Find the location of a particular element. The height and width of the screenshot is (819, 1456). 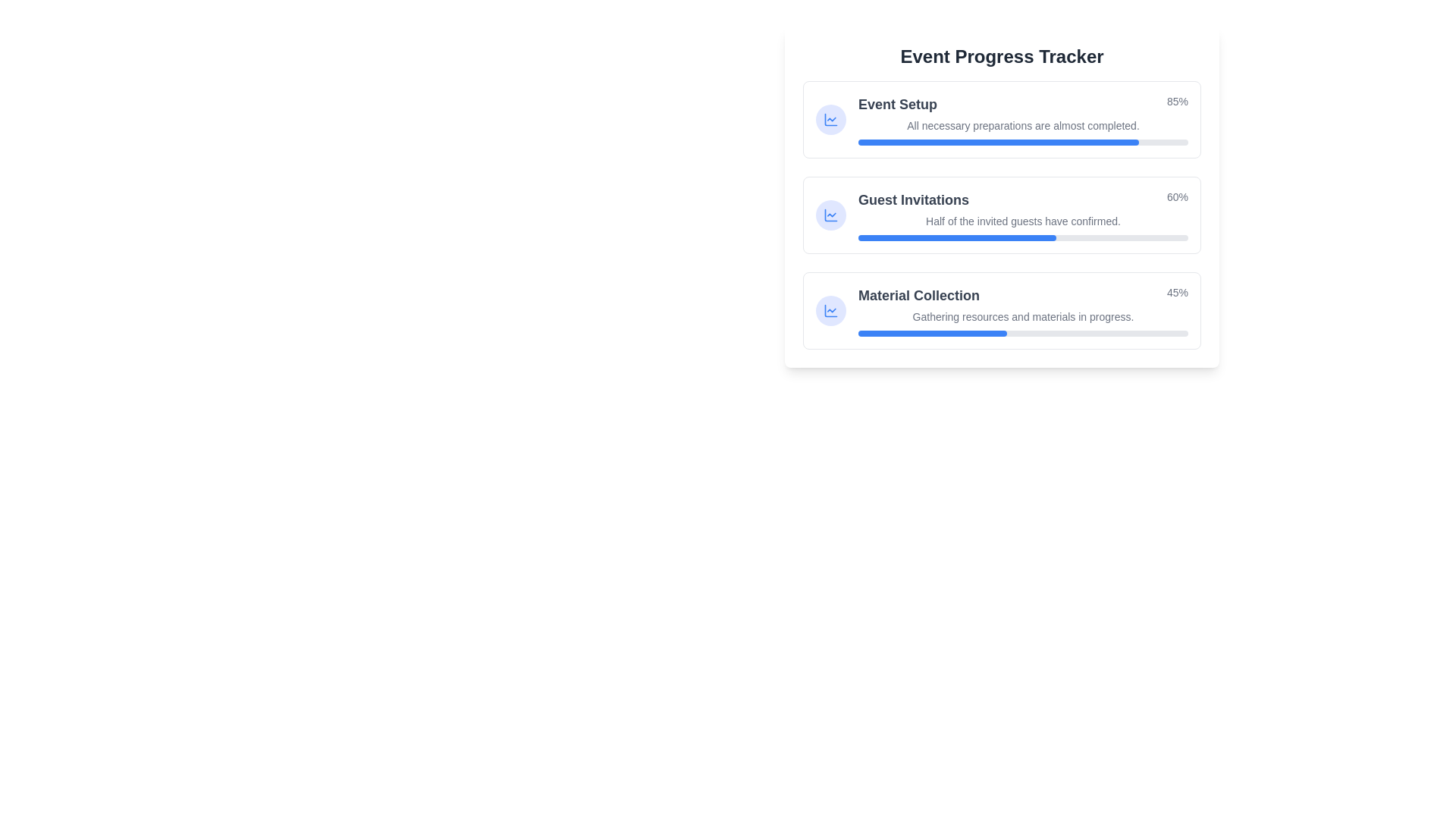

the chart icon representing the progress or status of guest invitations in the 'Guest Invitations' section of the 'Event Progress Tracker' is located at coordinates (830, 215).